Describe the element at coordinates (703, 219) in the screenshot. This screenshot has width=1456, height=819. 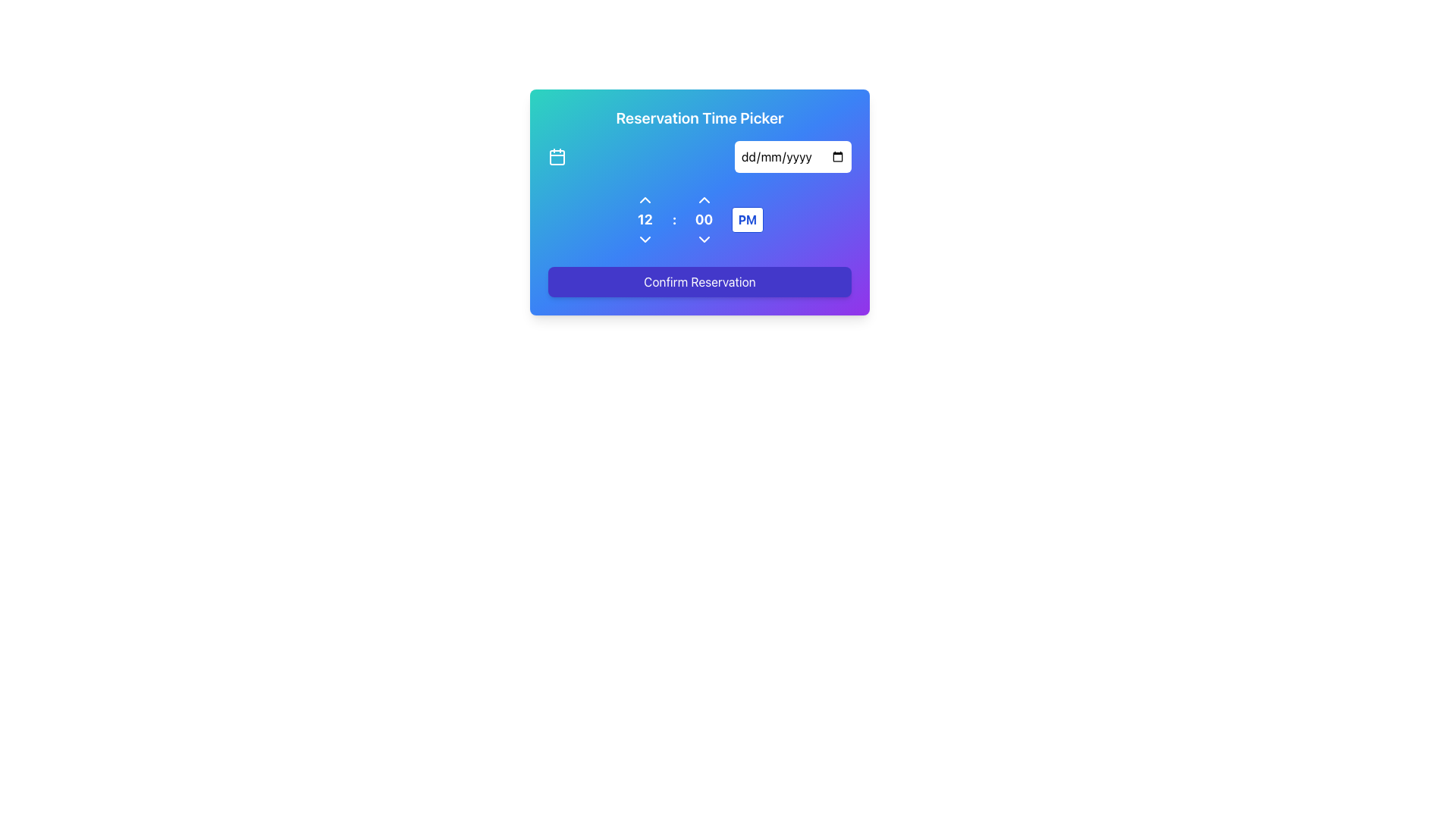
I see `displayed minute value from the text label in the time picker component, which is centrally located between the upward and downward arrow icons` at that location.